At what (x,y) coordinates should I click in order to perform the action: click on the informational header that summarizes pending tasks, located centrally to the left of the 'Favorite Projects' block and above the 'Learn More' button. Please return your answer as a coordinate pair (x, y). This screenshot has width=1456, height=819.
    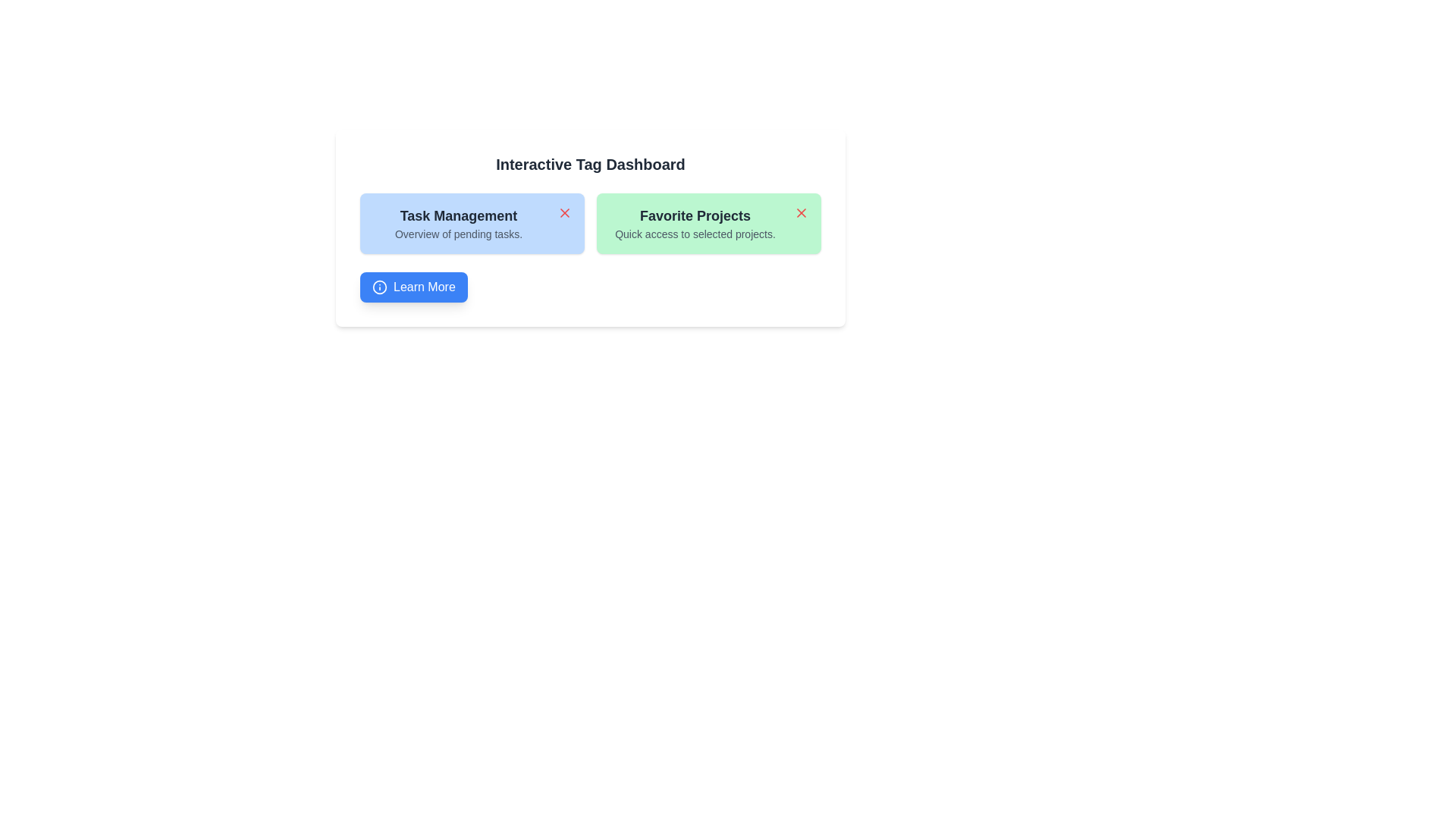
    Looking at the image, I should click on (457, 223).